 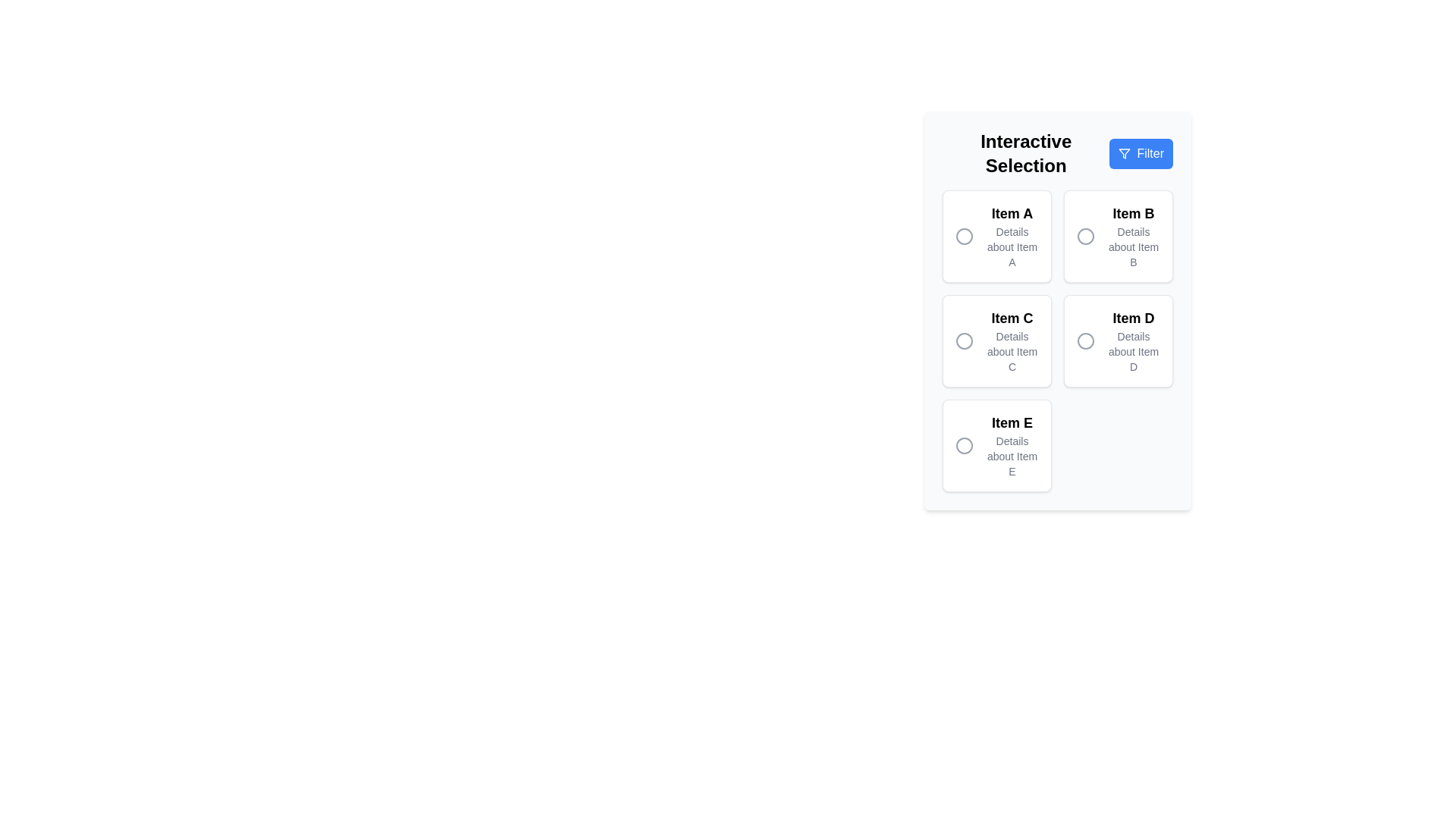 I want to click on the SVG filter icon located in the top-right corner of the 'Interactive Selection' panel, which is used to refine or narrow down displayed options, so click(x=1125, y=154).